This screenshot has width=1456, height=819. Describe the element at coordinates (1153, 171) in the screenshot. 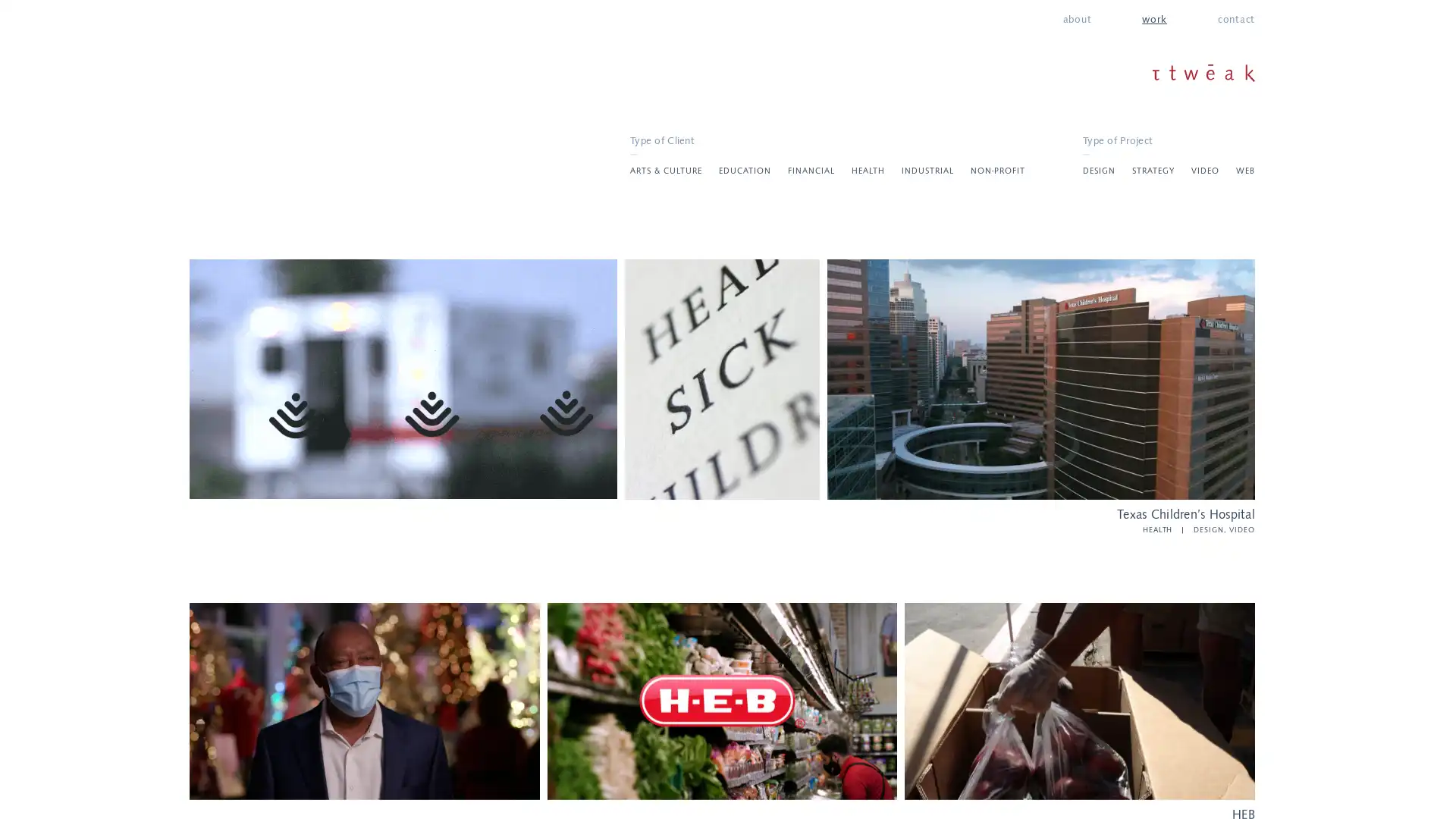

I see `STRATEGY` at that location.